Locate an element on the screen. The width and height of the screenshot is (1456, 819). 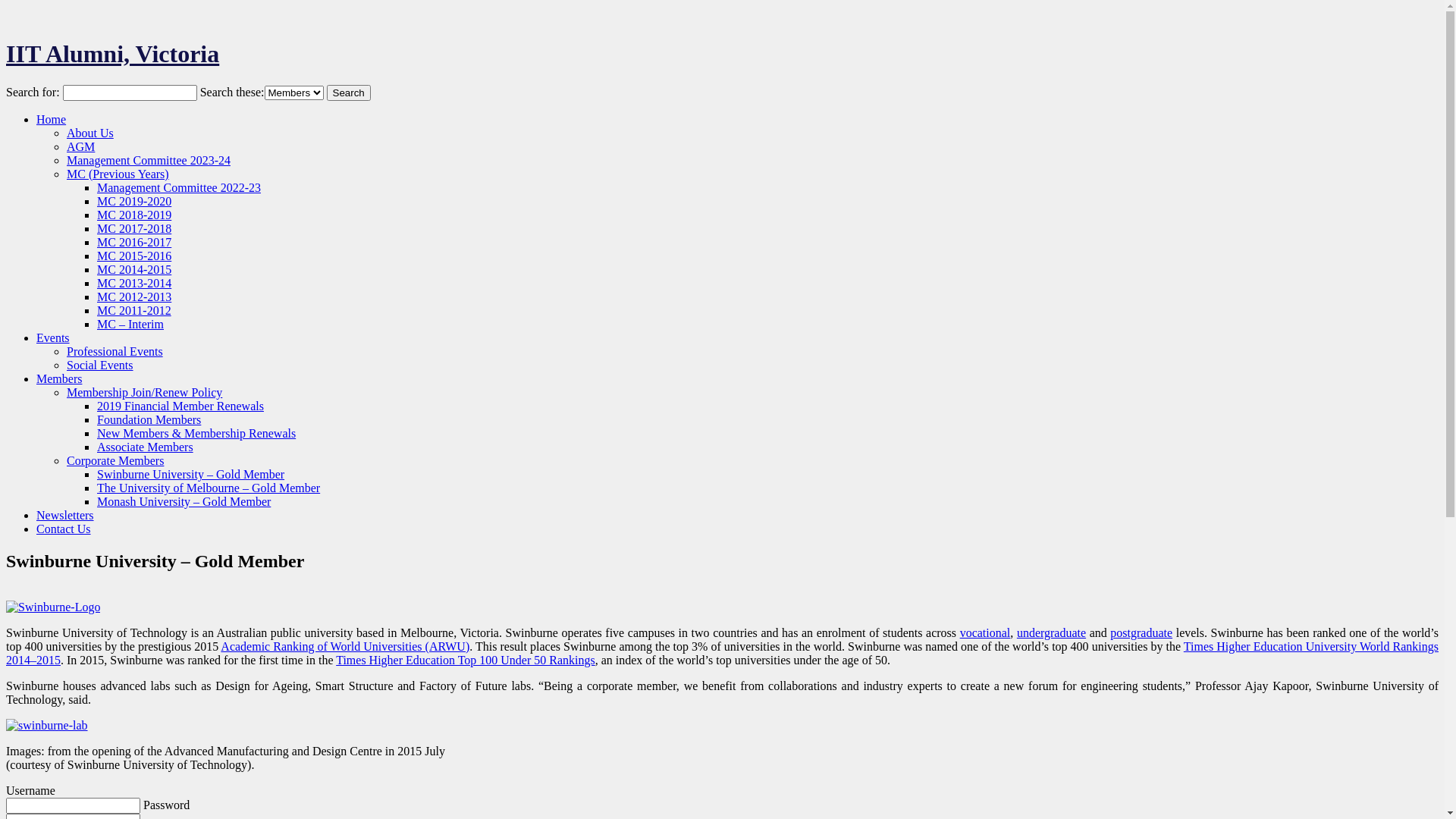
'Social Events' is located at coordinates (99, 365).